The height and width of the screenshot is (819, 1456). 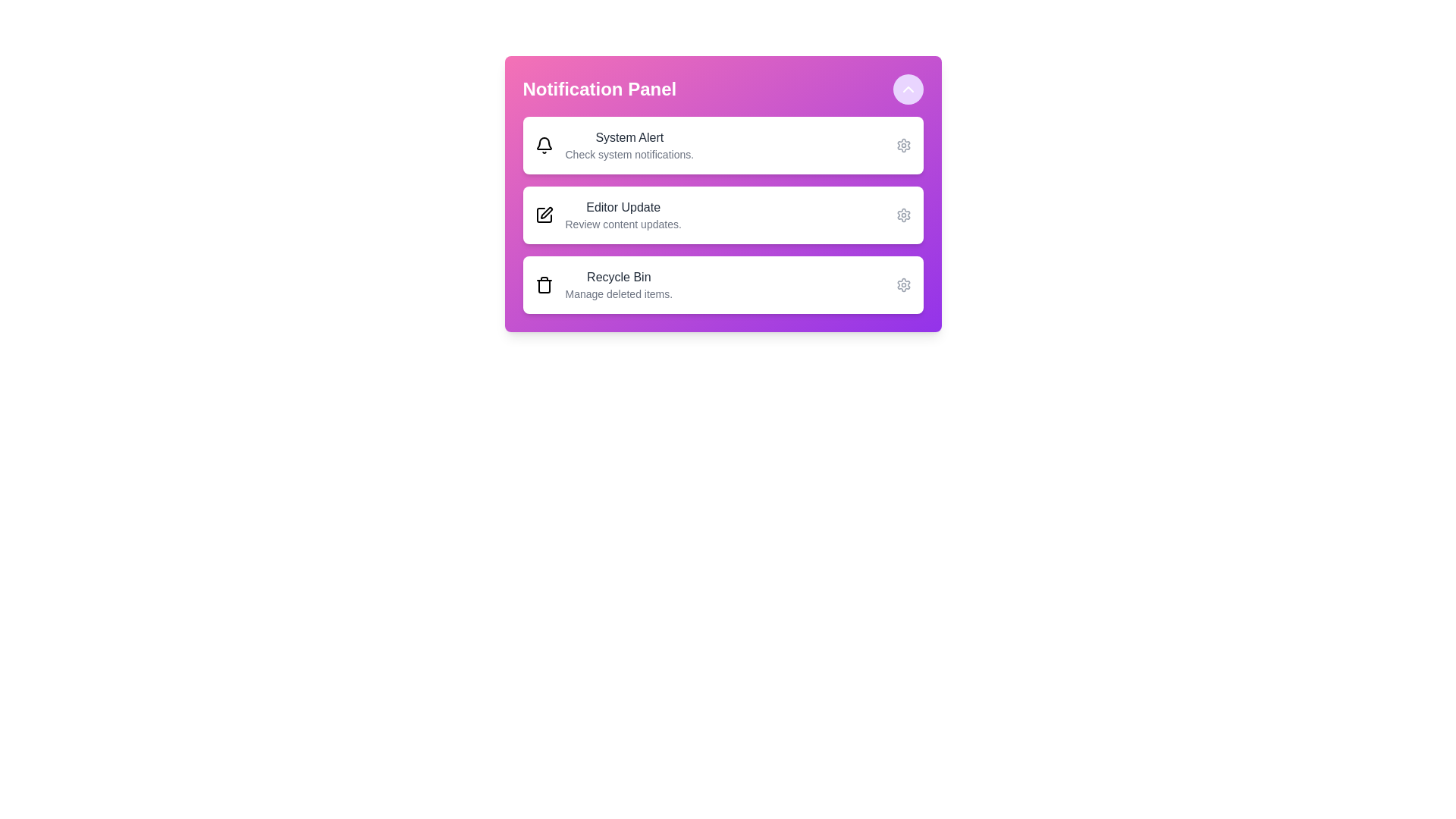 I want to click on the notification item System Alert to observe the hover effect, so click(x=722, y=146).